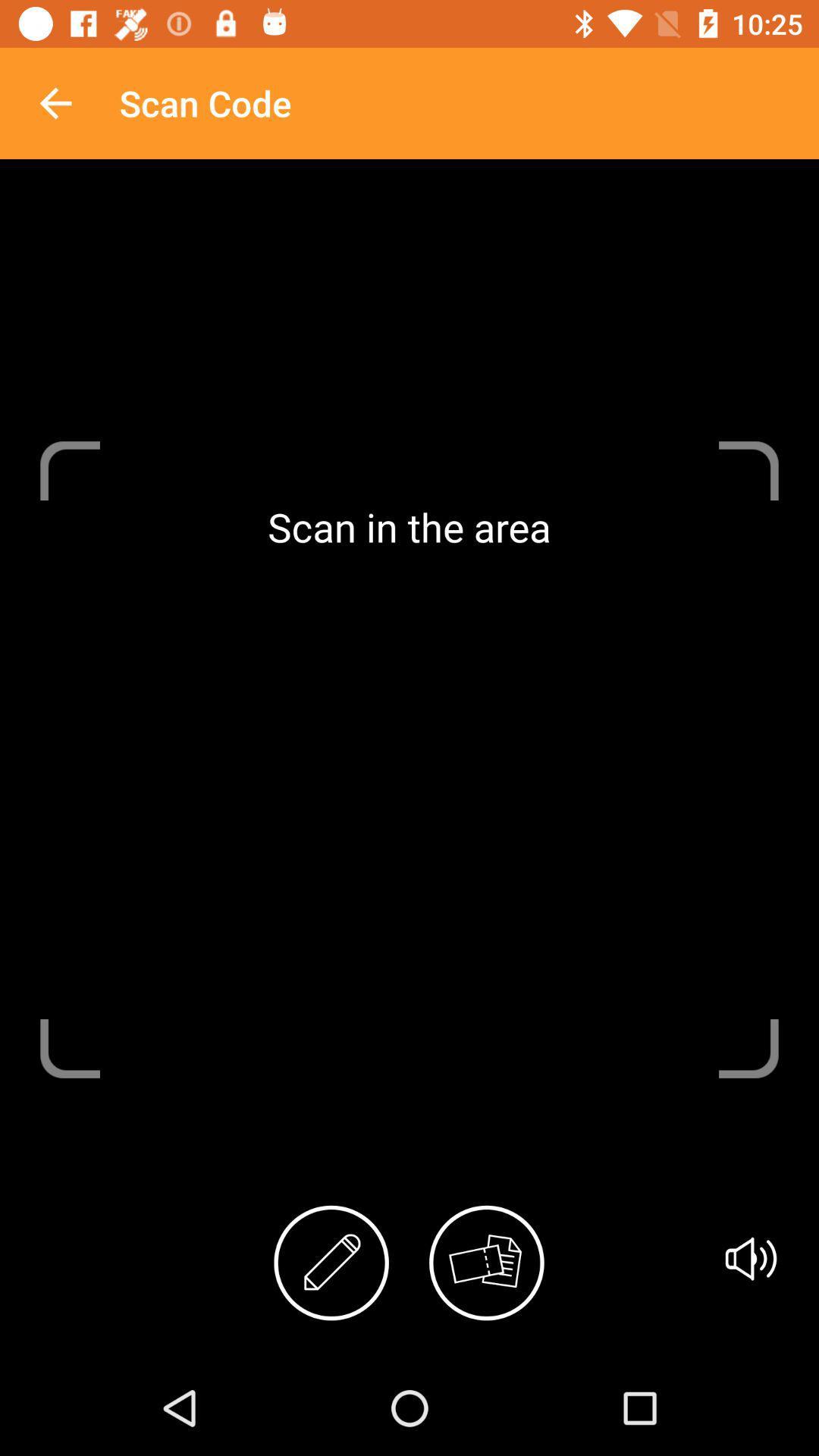 Image resolution: width=819 pixels, height=1456 pixels. I want to click on app to the left of scan code icon, so click(55, 102).